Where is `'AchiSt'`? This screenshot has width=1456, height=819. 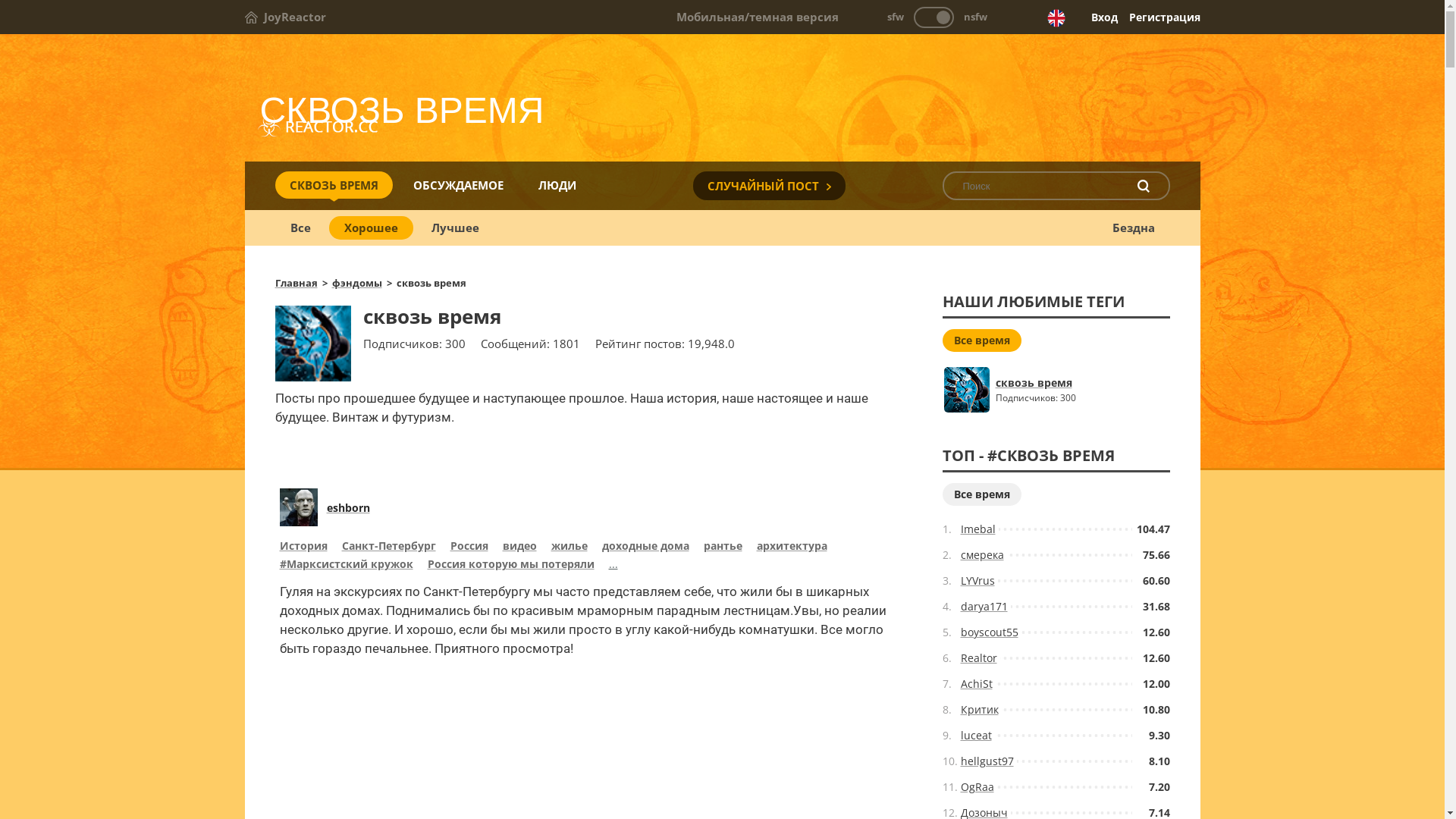 'AchiSt' is located at coordinates (956, 684).